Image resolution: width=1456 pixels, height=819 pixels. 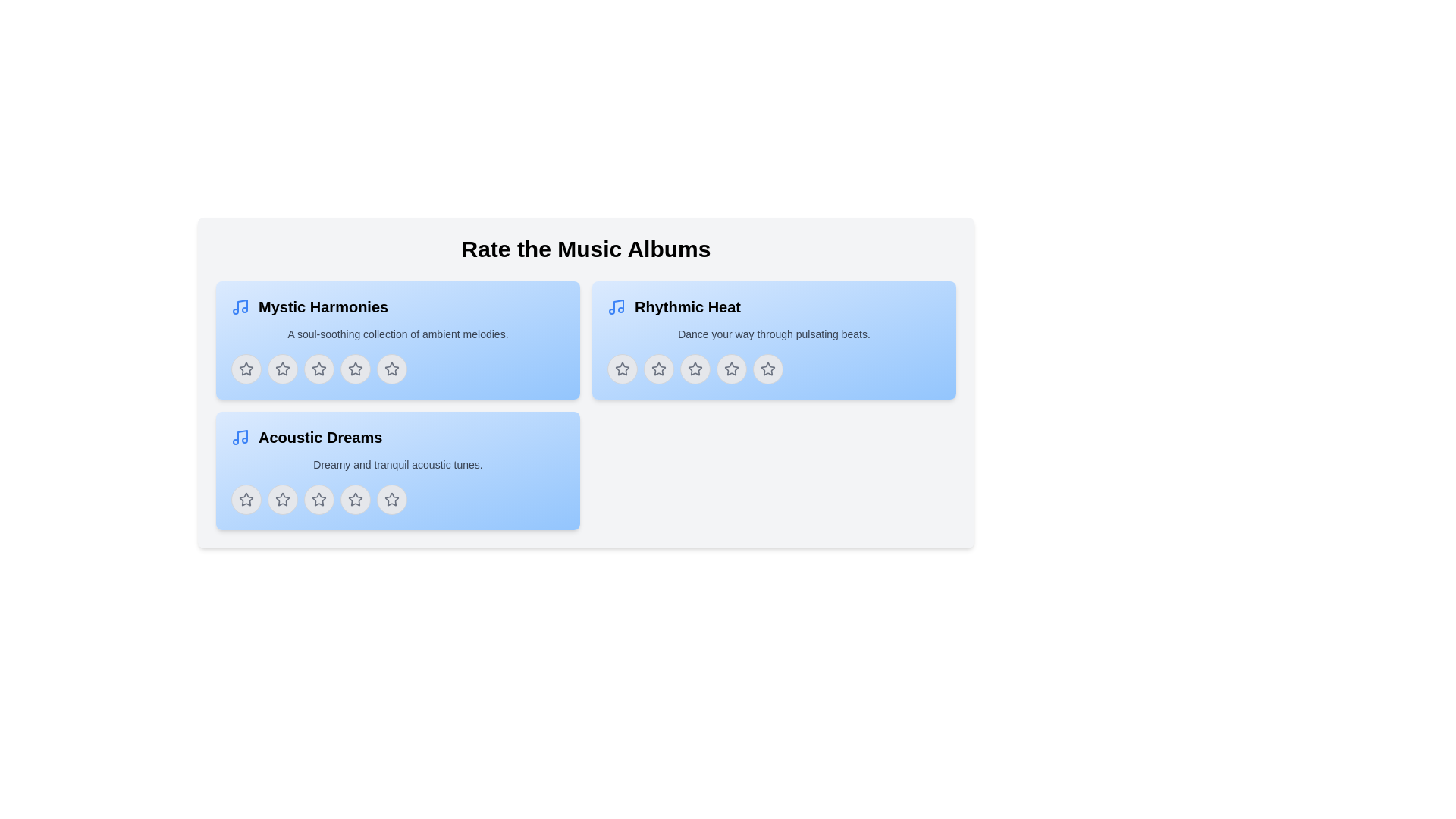 What do you see at coordinates (616, 307) in the screenshot?
I see `the 'Rhythmic Heat' music album icon, represented by a music note, located at the top-right of the interface` at bounding box center [616, 307].